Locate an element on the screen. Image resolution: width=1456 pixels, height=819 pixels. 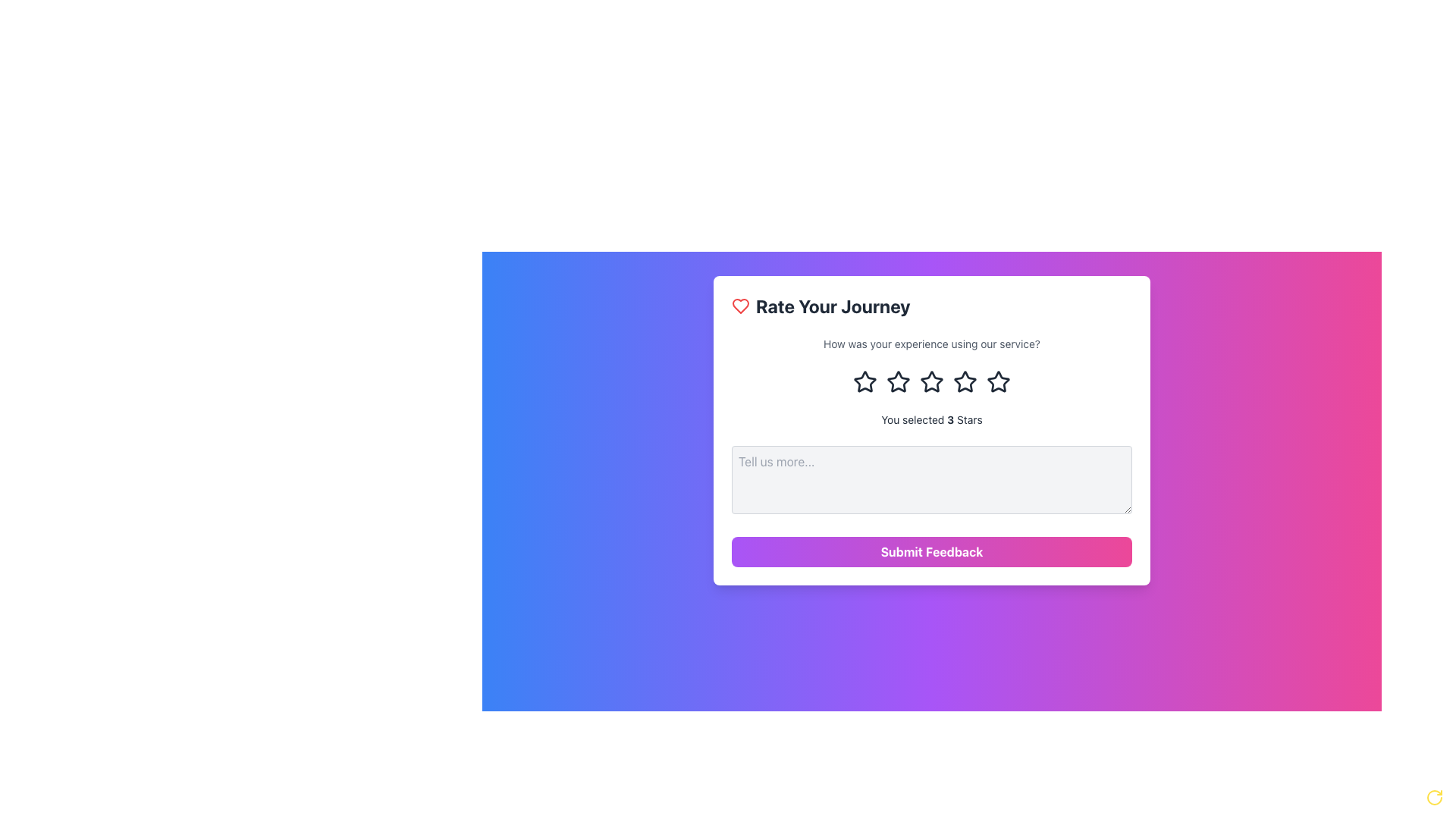
the static text displaying '3' in 'You selected 3 Stars', which indicates the user's star rating in the feedback form modal is located at coordinates (949, 419).